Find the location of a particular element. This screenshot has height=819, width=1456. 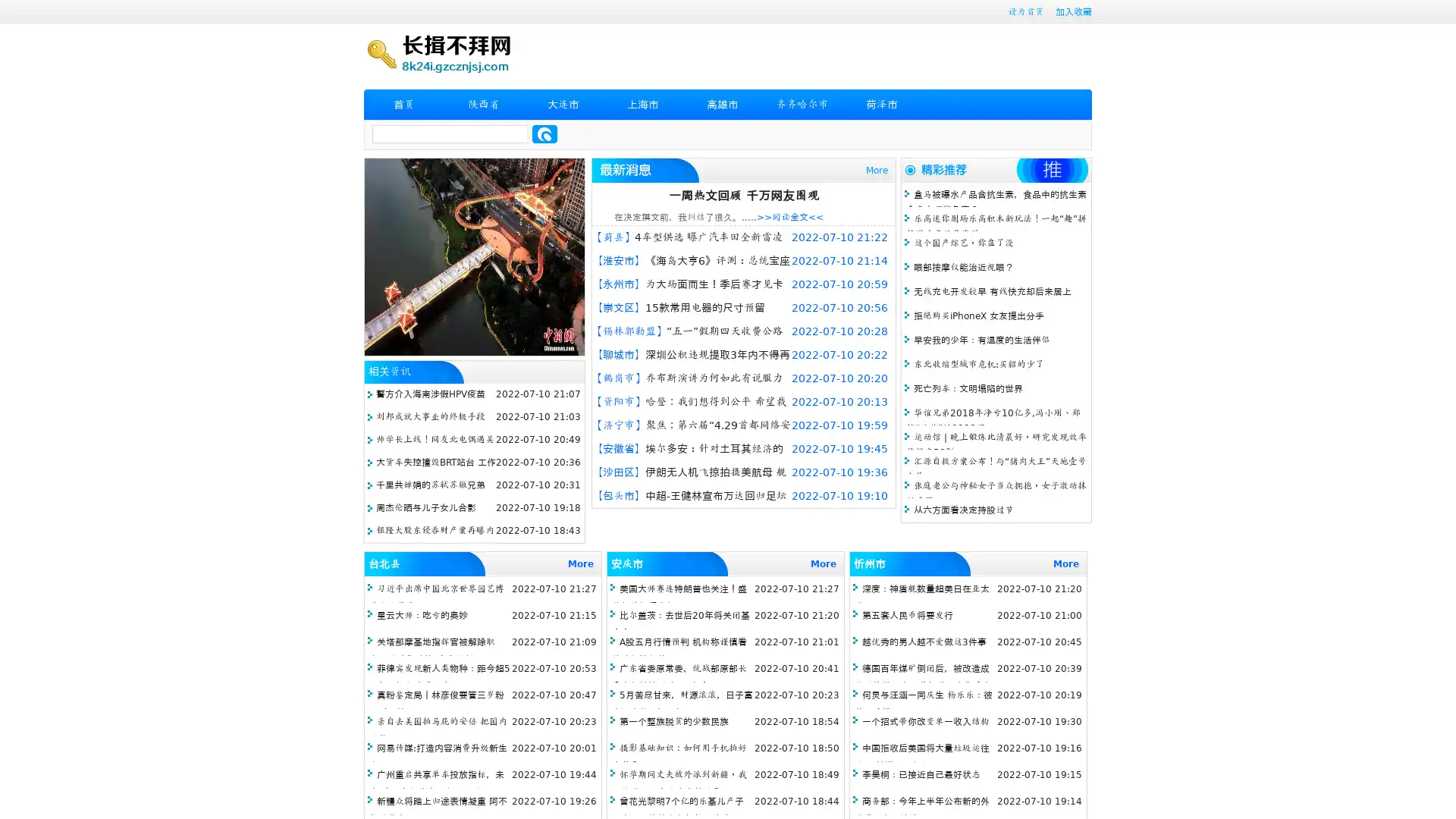

Search is located at coordinates (544, 133).